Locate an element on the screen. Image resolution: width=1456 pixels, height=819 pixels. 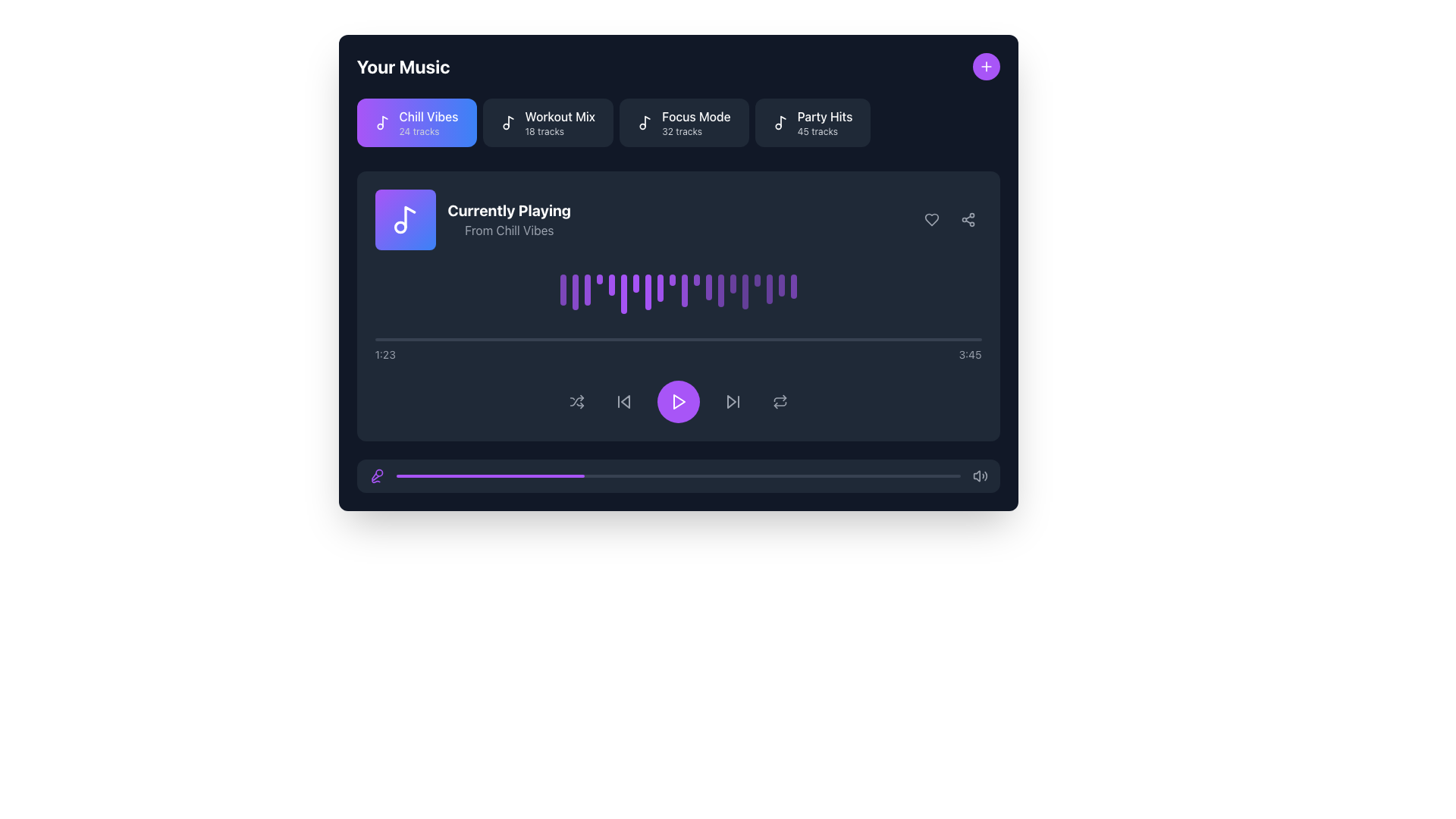
the text label that serves as a title for the music playlist, located inside the third item of a horizontal list below the 'Your Music' heading is located at coordinates (695, 116).